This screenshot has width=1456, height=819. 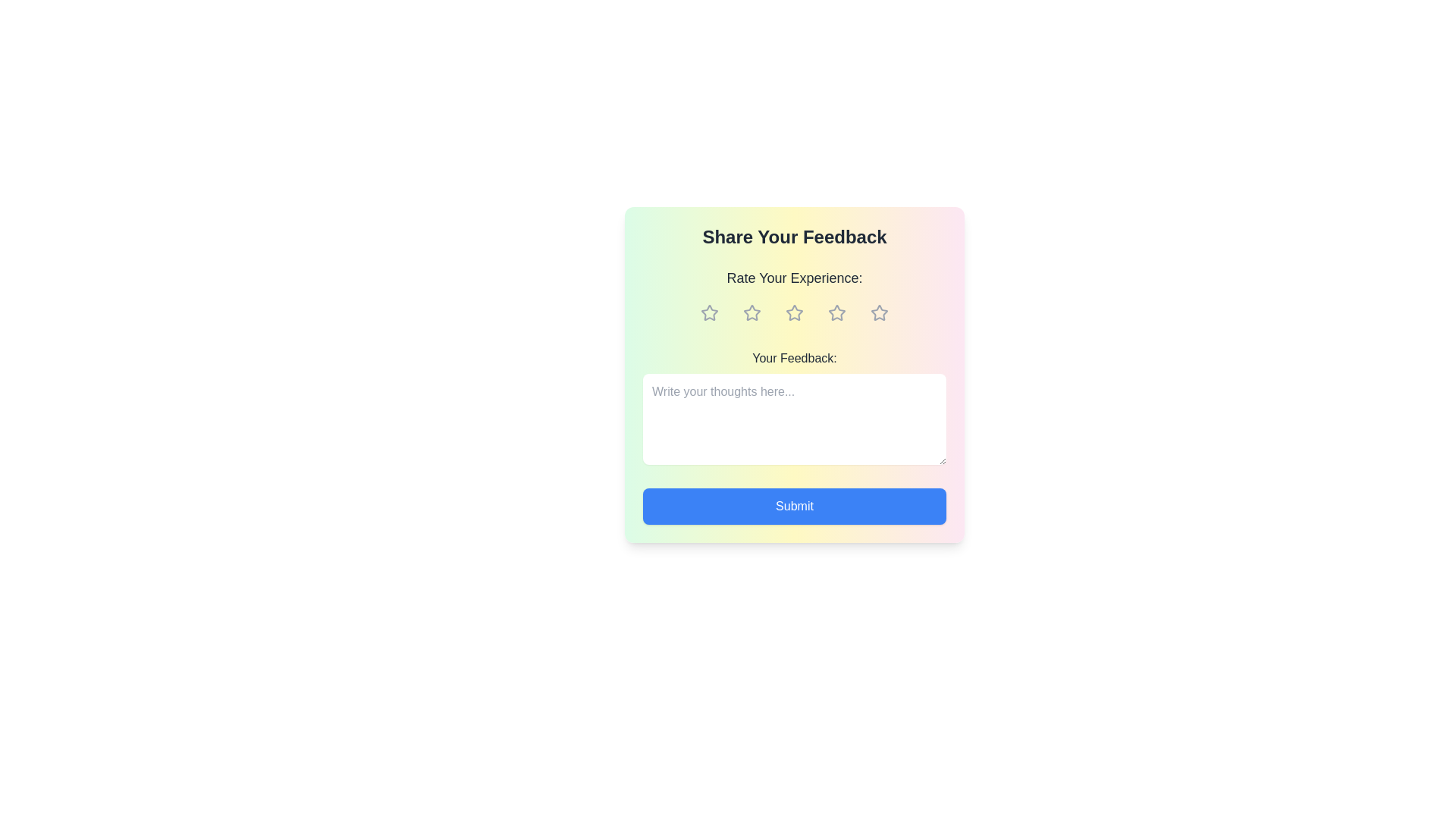 I want to click on the first star icon in the rating section to assign a rating value, located under the 'Rate Your Experience' header, so click(x=709, y=312).